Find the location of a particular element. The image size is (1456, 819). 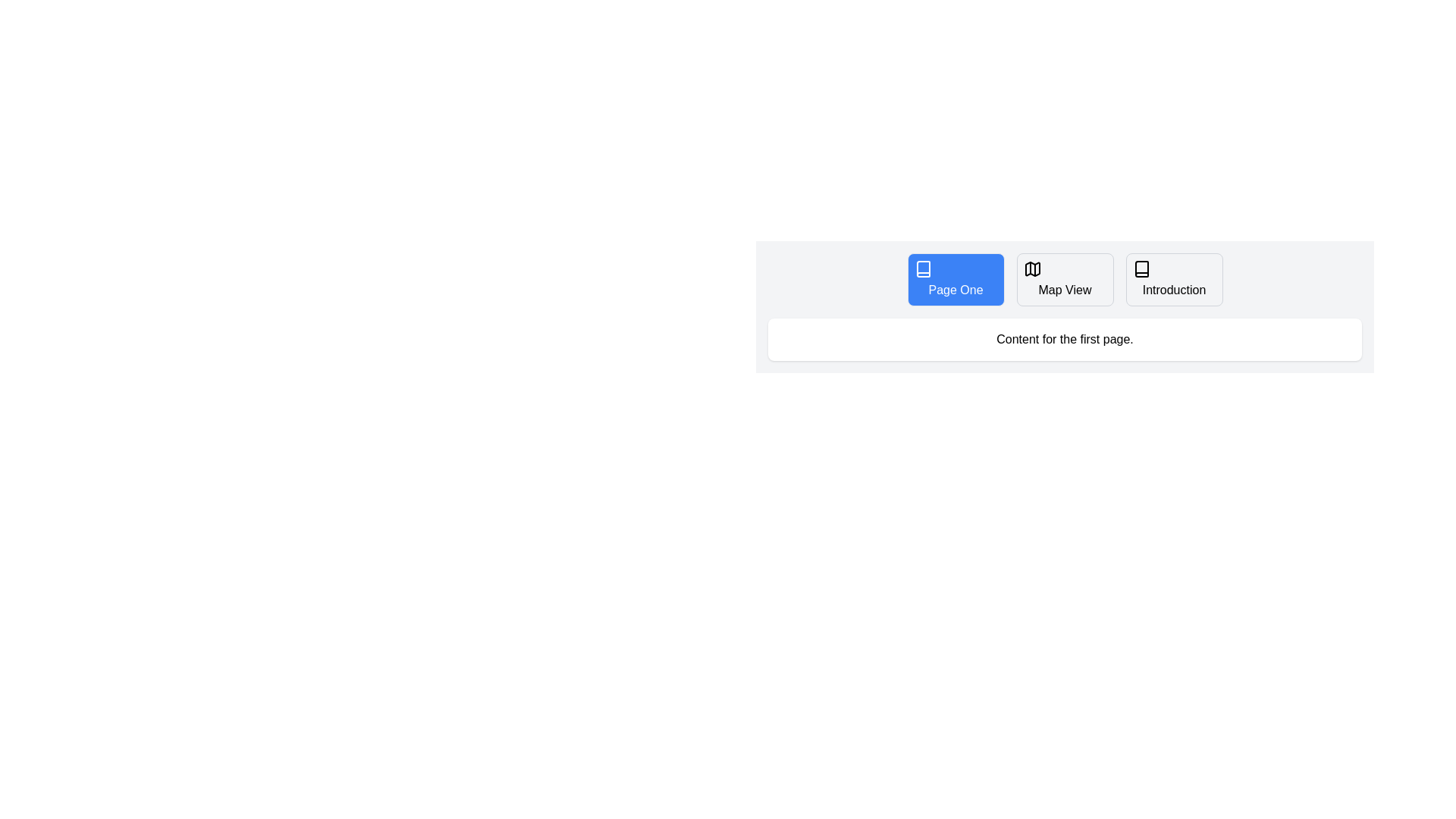

the decorative SVG icon located at the top-left corner of the 'Introduction' button, which is part of a horizontal row of buttons at the top-center of the interface is located at coordinates (1141, 268).